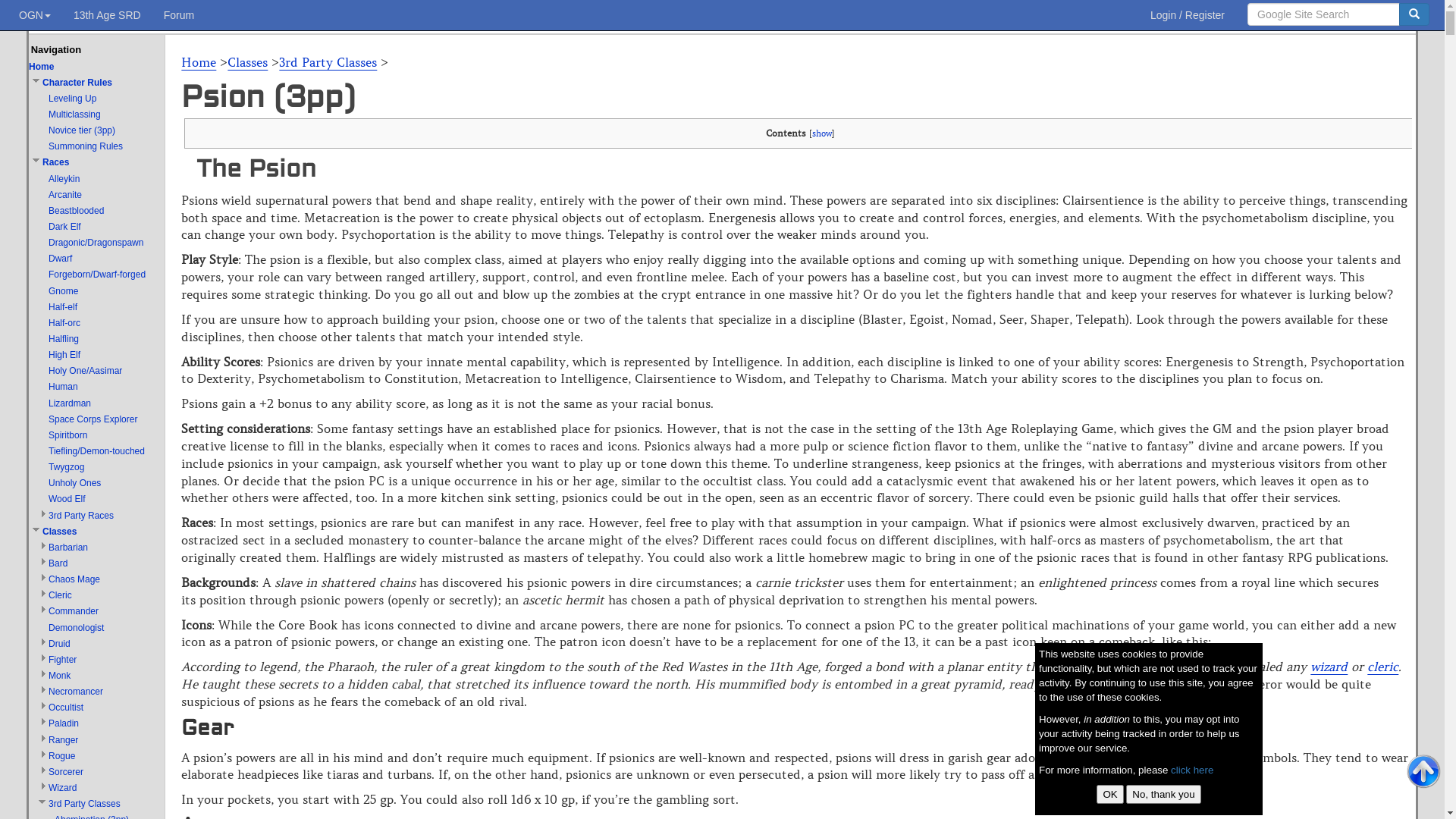  Describe the element at coordinates (75, 691) in the screenshot. I see `'Necromancer'` at that location.